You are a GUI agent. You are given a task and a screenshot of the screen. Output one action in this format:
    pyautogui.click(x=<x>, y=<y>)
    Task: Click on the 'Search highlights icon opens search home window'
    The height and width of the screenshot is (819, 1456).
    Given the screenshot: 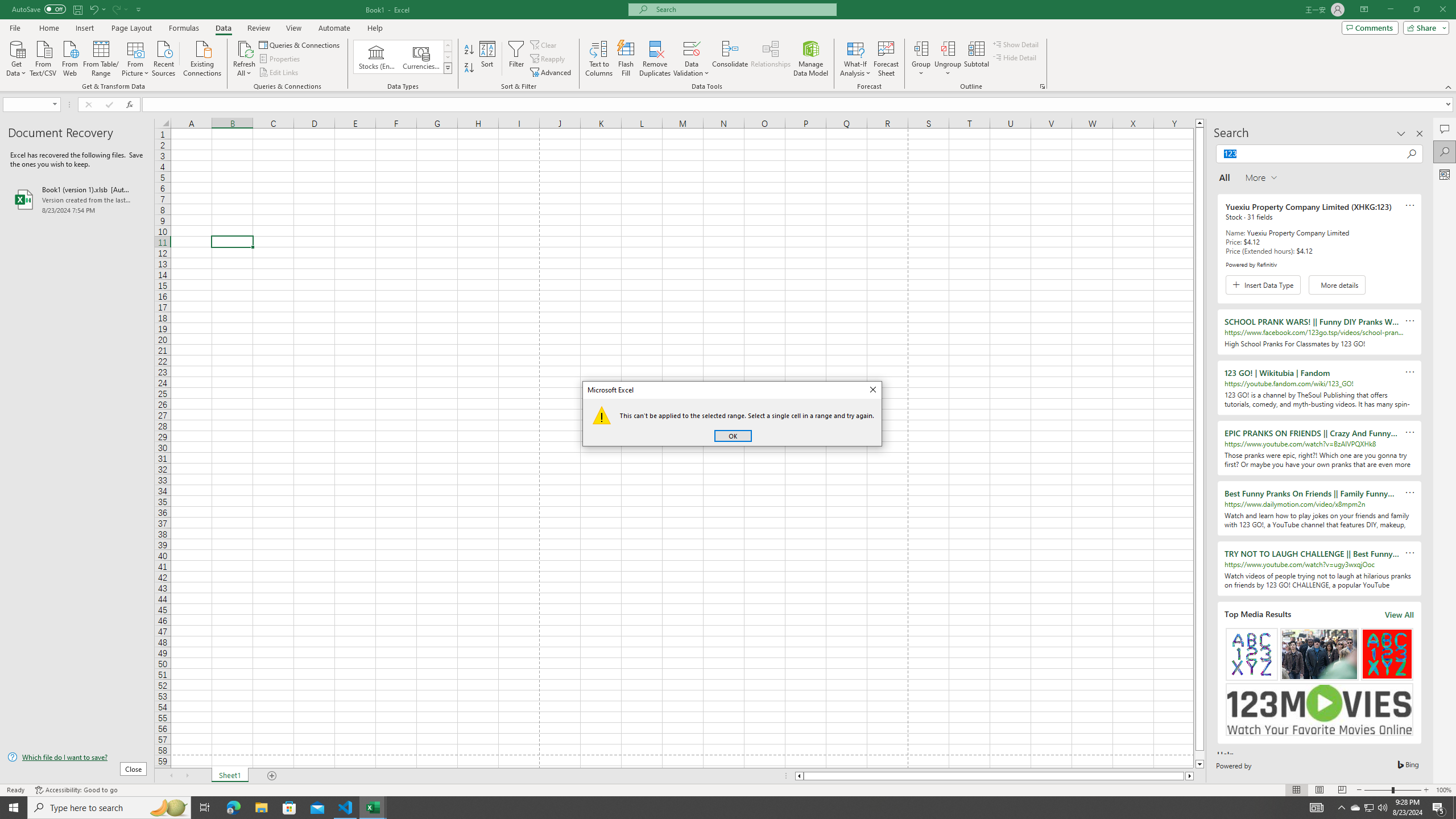 What is the action you would take?
    pyautogui.click(x=167, y=806)
    